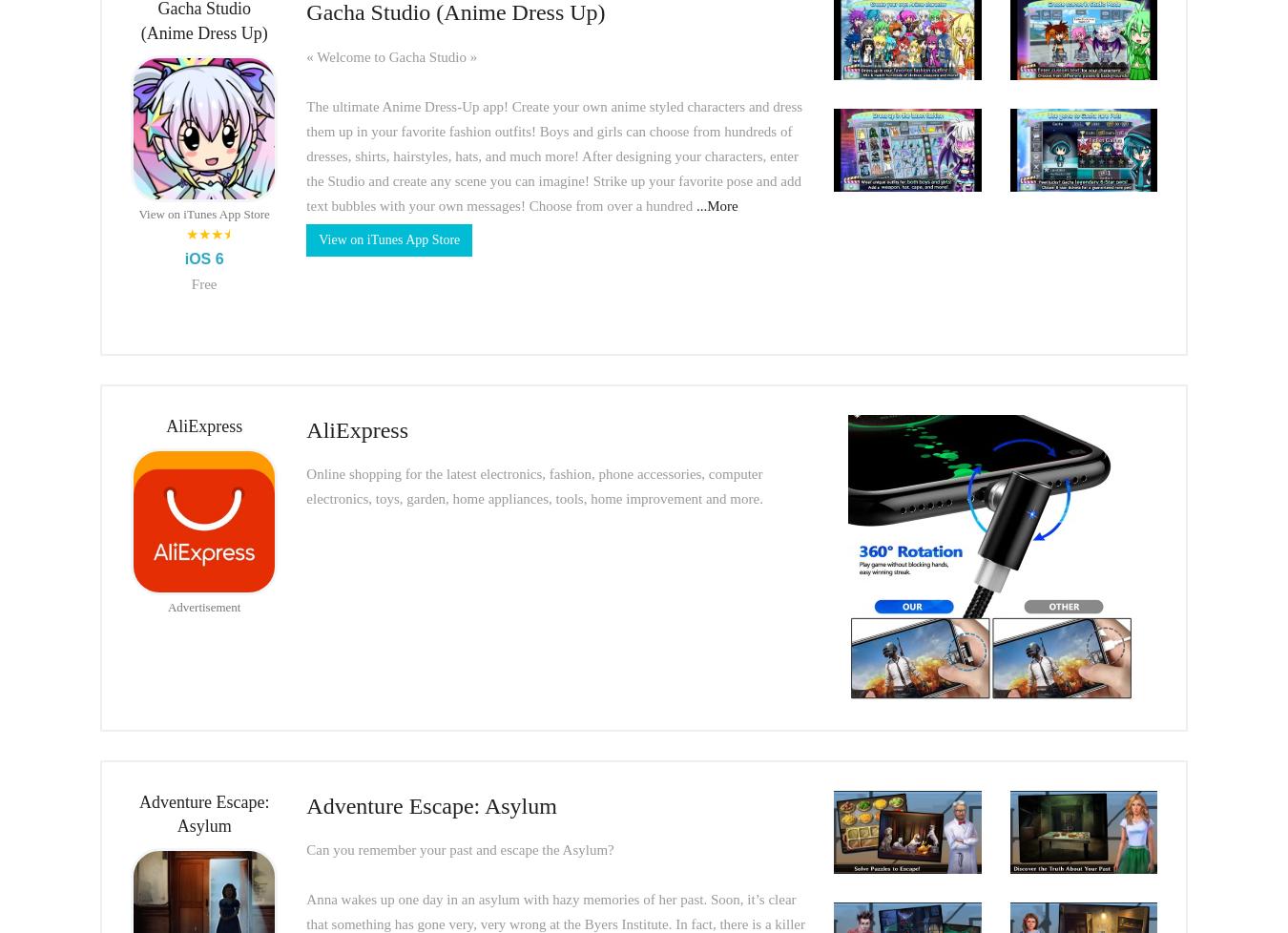 The width and height of the screenshot is (1288, 933). What do you see at coordinates (203, 607) in the screenshot?
I see `'Advertisement'` at bounding box center [203, 607].